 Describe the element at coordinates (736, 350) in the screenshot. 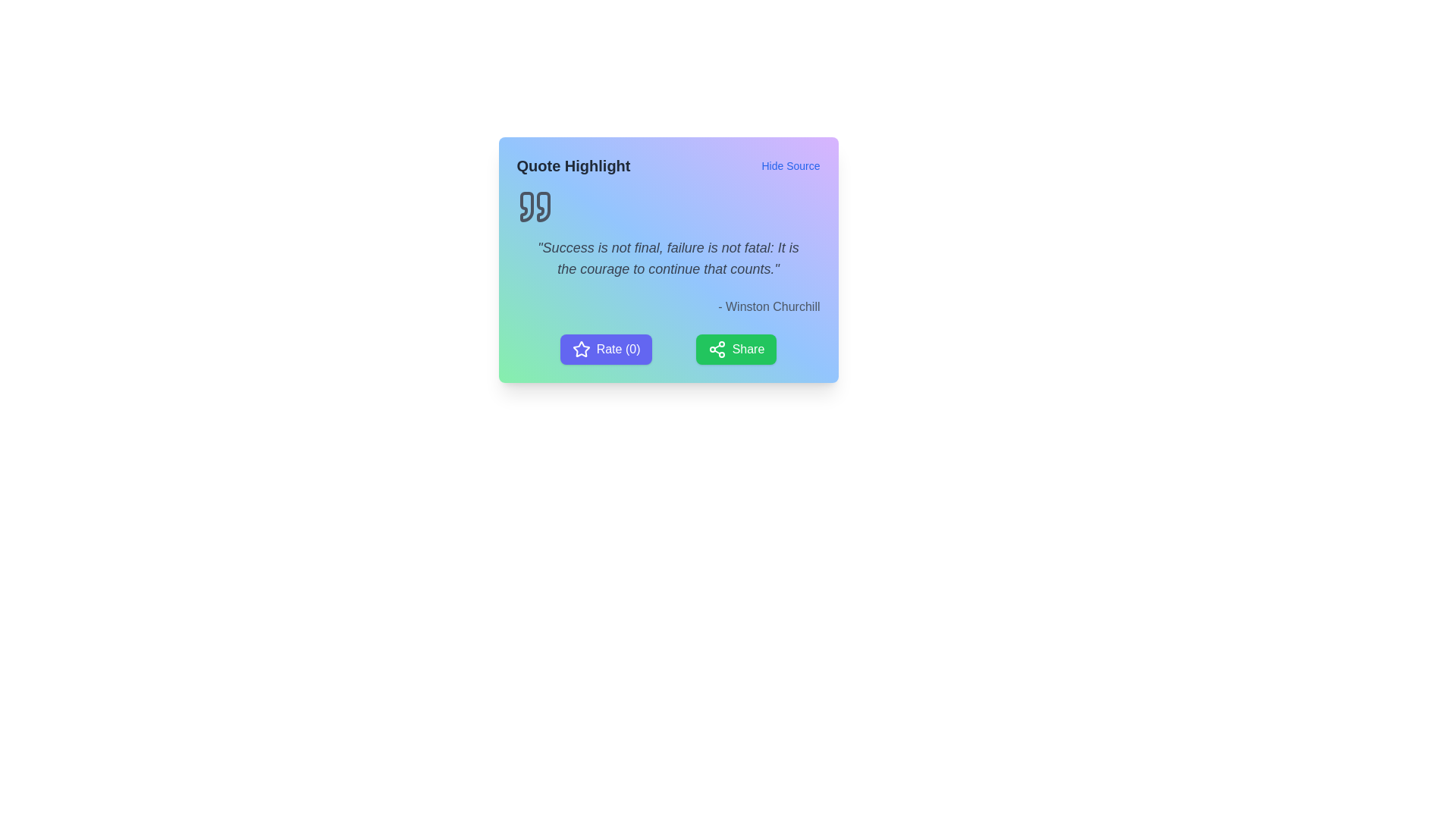

I see `the green 'Share' button with rounded corners, which shows a color change effect when hovered over` at that location.